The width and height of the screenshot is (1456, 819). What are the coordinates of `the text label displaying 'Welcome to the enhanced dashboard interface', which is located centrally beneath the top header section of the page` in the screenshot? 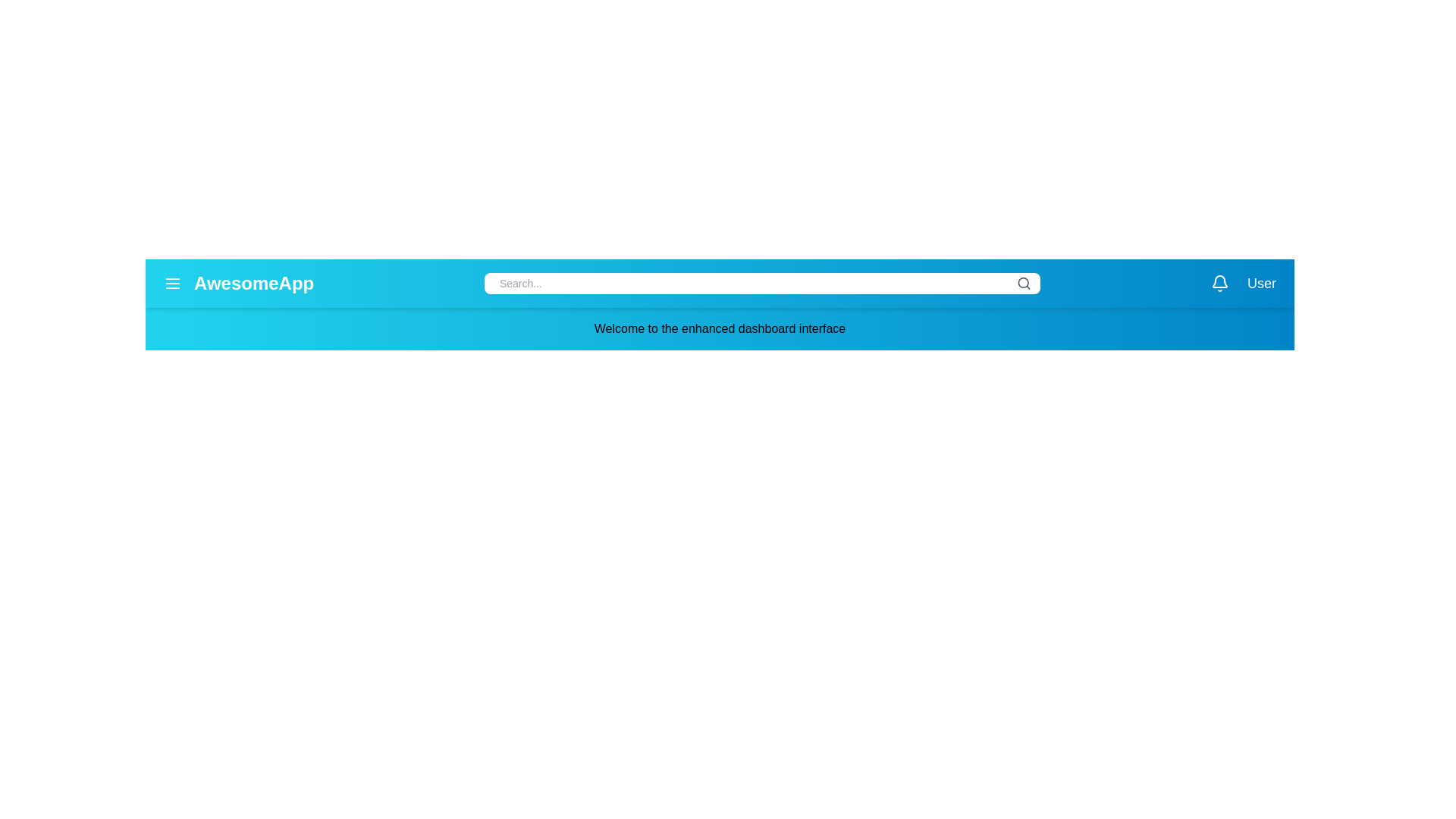 It's located at (719, 328).